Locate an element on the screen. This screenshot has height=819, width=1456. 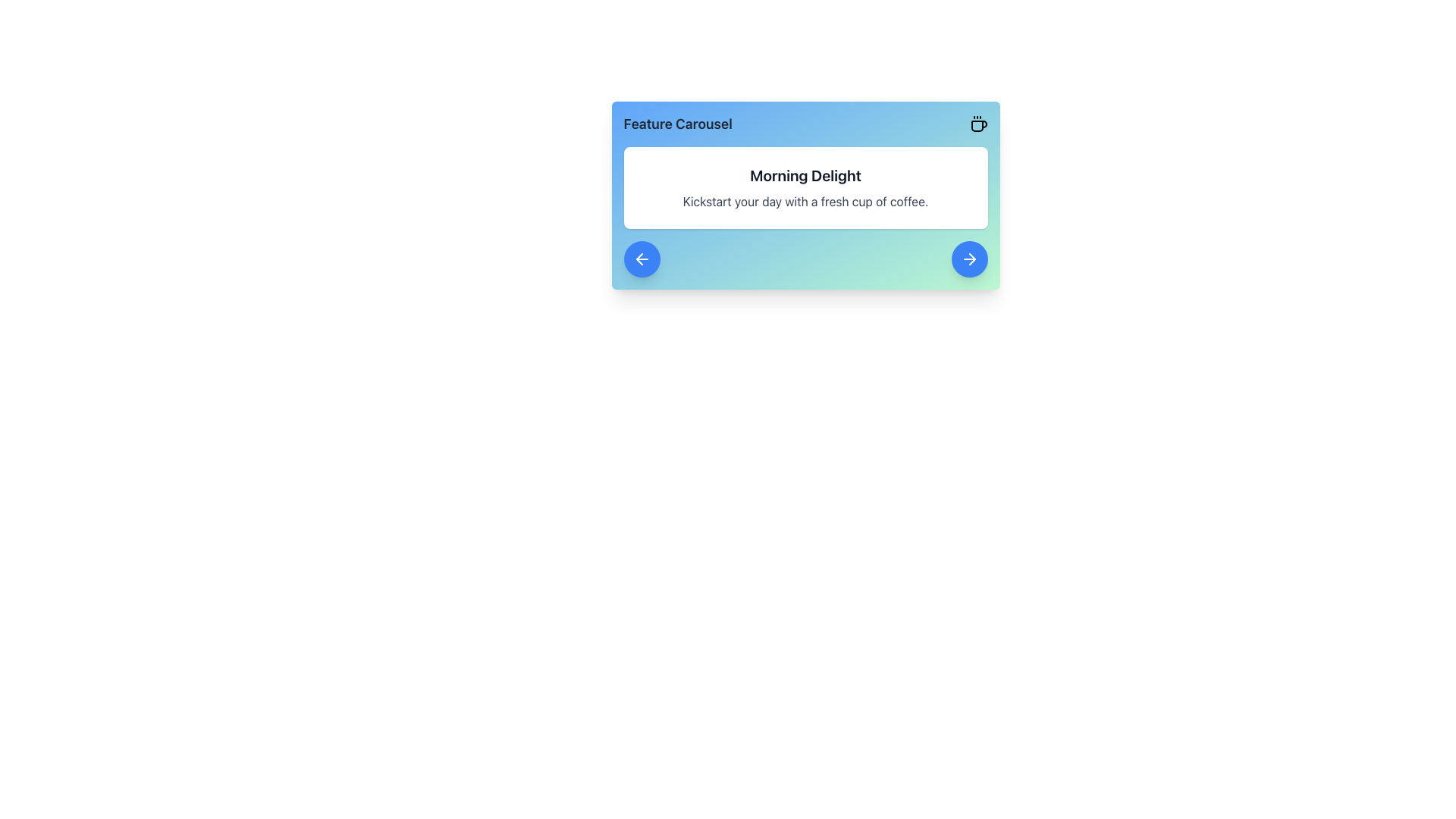
displayed text on the 'Morning Delight' informational card, which contains a large, bold title and a smaller subtitle, located within the 'Feature Carousel' is located at coordinates (805, 187).